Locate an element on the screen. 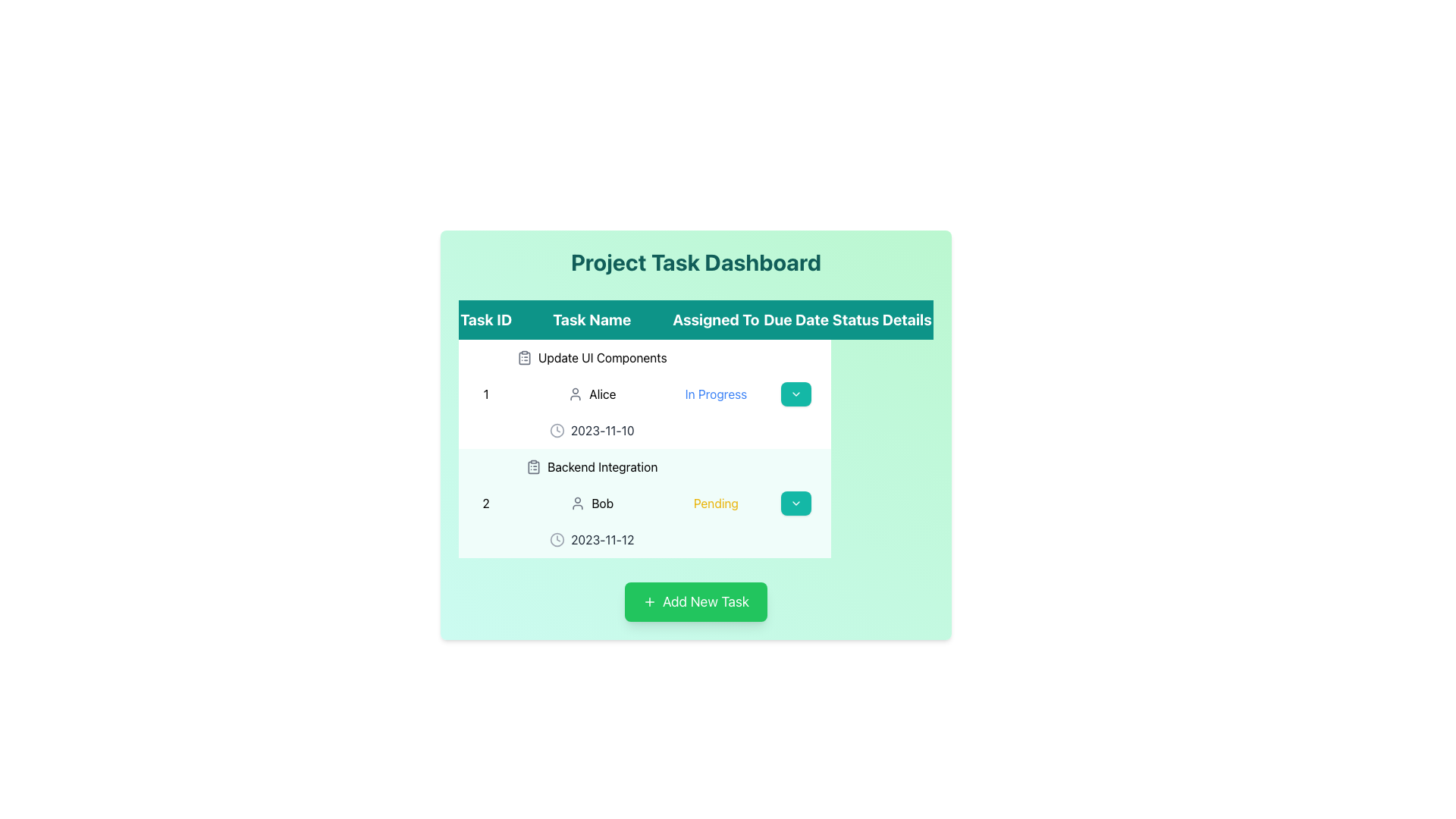  displayed information for the user 'Bob' in the User Information Display located in the second task row under the 'Assigned To' column is located at coordinates (591, 503).